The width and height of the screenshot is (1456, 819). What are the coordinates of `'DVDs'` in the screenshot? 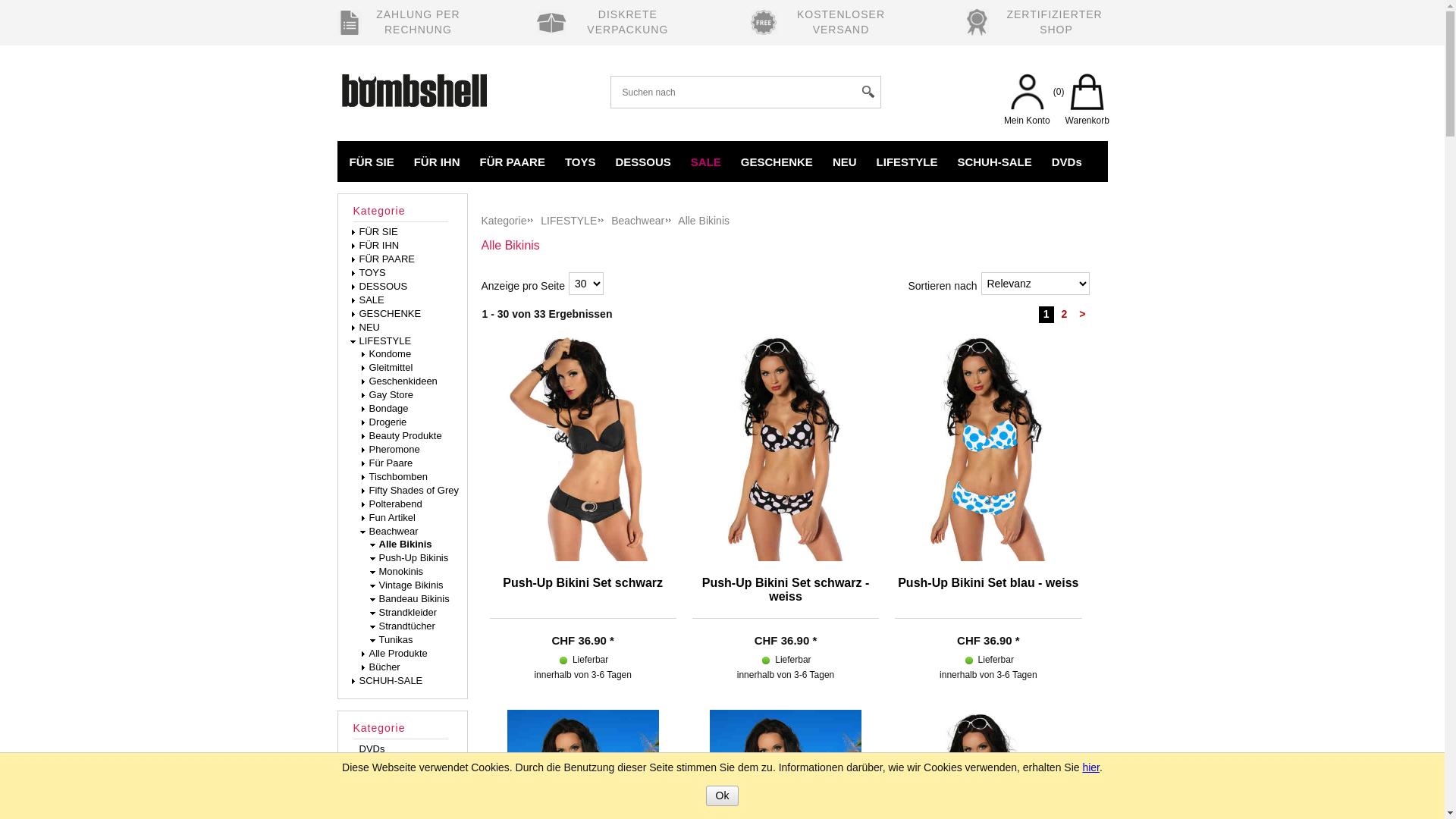 It's located at (372, 748).